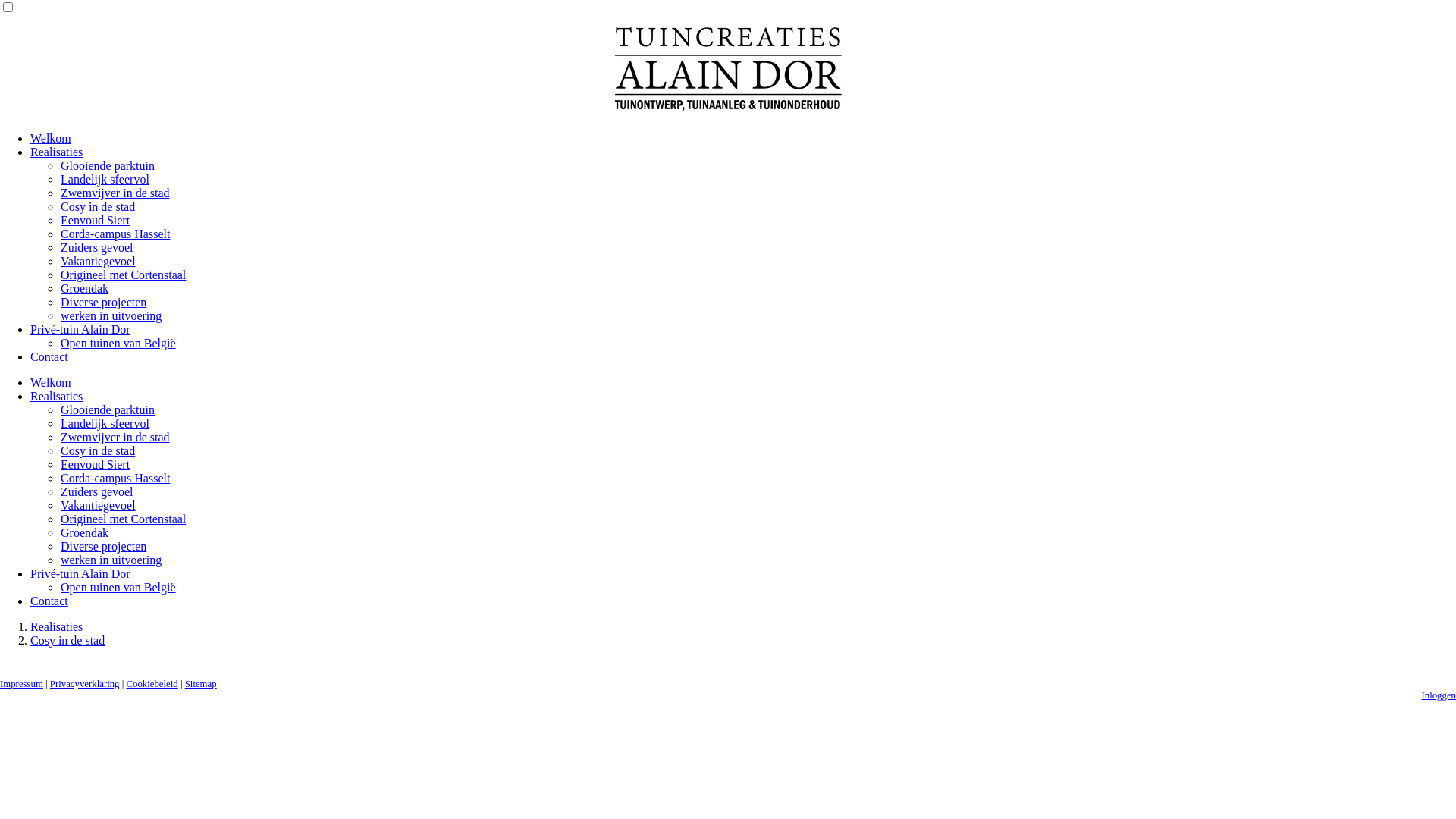 Image resolution: width=1456 pixels, height=819 pixels. Describe the element at coordinates (49, 600) in the screenshot. I see `'Contact'` at that location.